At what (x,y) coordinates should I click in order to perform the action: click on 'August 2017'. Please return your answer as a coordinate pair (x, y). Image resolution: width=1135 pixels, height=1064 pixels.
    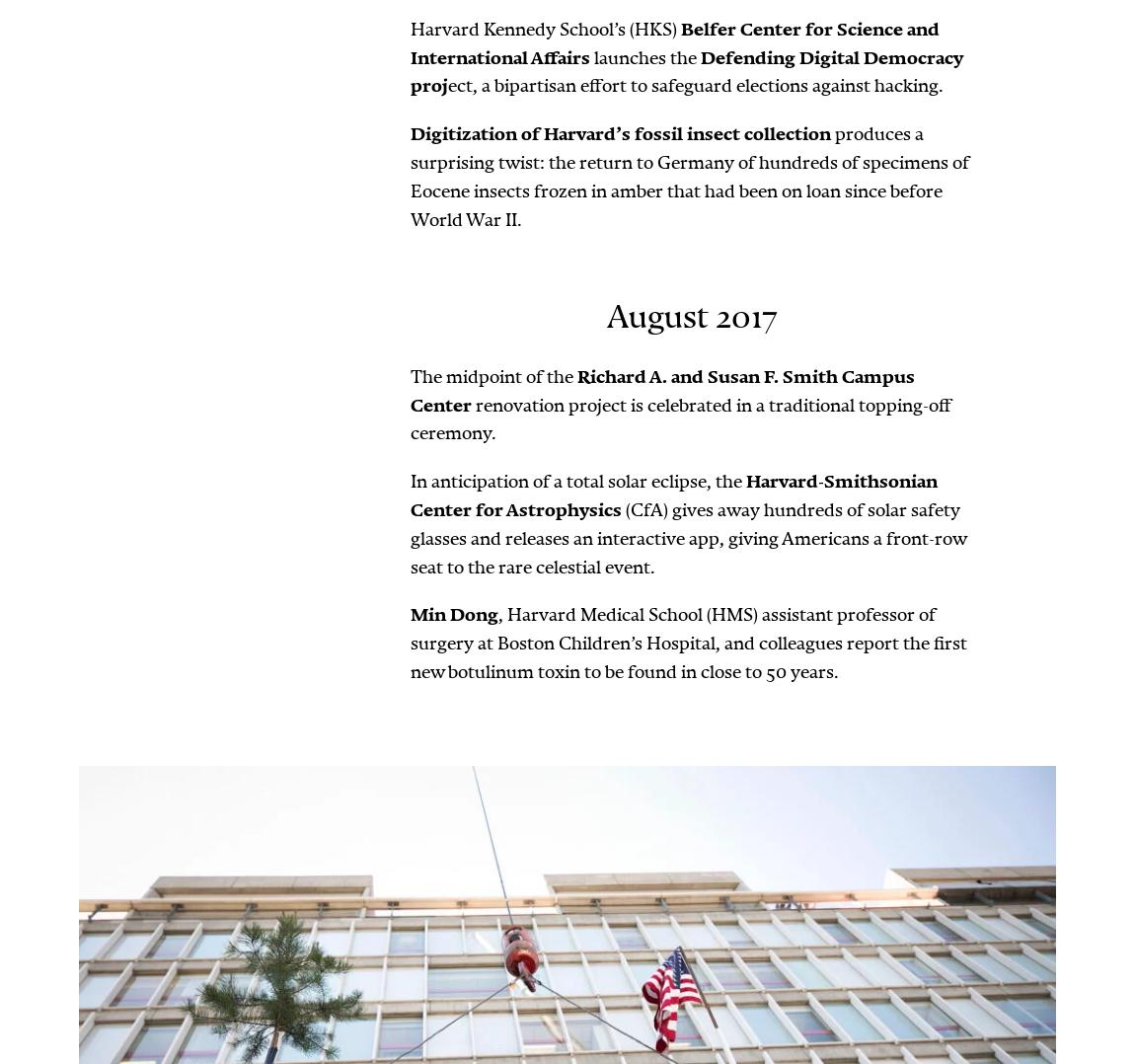
    Looking at the image, I should click on (691, 316).